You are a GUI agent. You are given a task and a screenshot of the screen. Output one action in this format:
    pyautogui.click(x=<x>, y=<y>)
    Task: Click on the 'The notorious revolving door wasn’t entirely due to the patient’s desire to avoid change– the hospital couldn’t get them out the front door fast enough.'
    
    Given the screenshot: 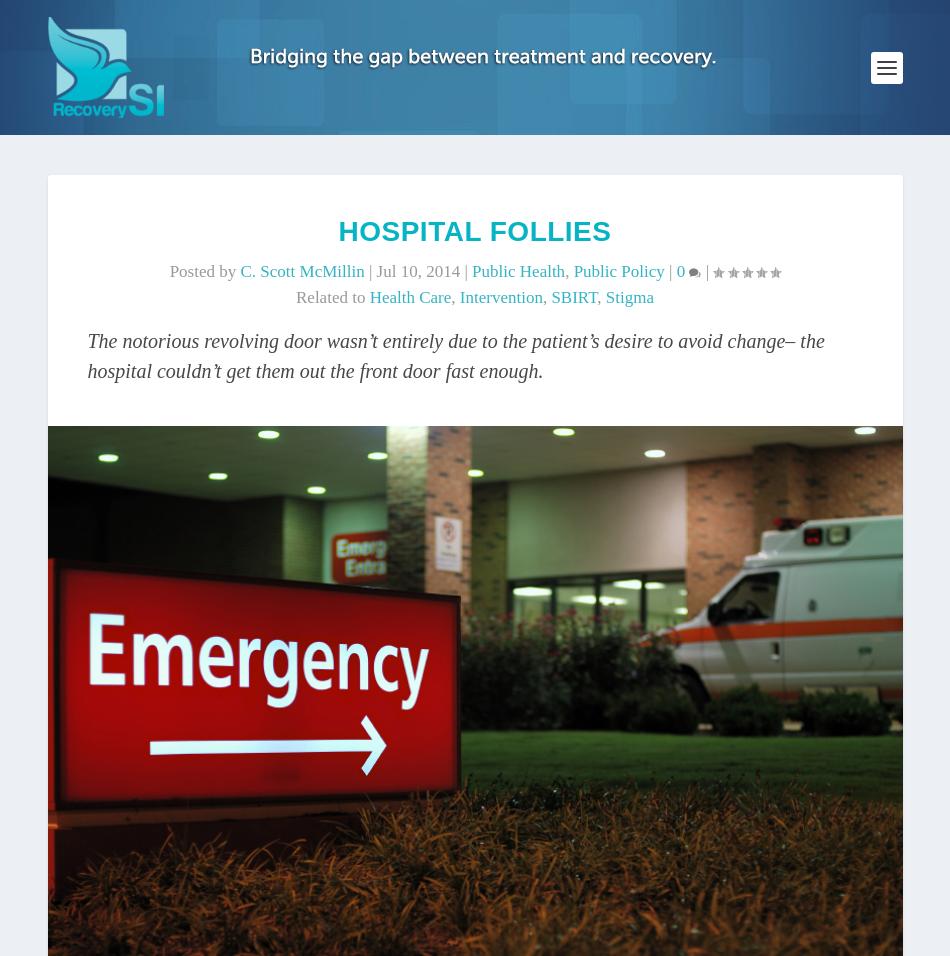 What is the action you would take?
    pyautogui.click(x=454, y=353)
    